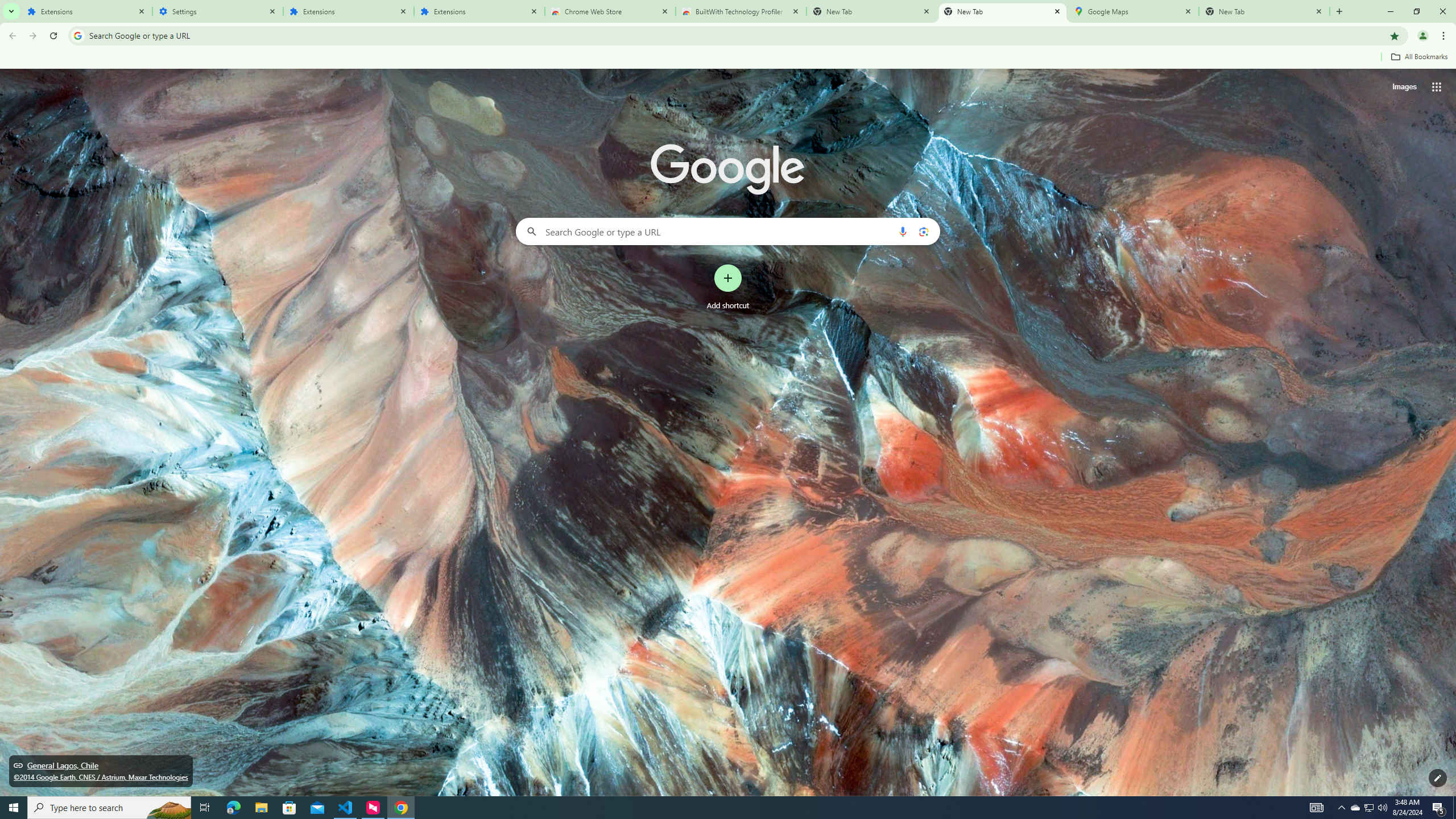 The height and width of the screenshot is (819, 1456). Describe the element at coordinates (728, 230) in the screenshot. I see `'Search Google or type a URL'` at that location.